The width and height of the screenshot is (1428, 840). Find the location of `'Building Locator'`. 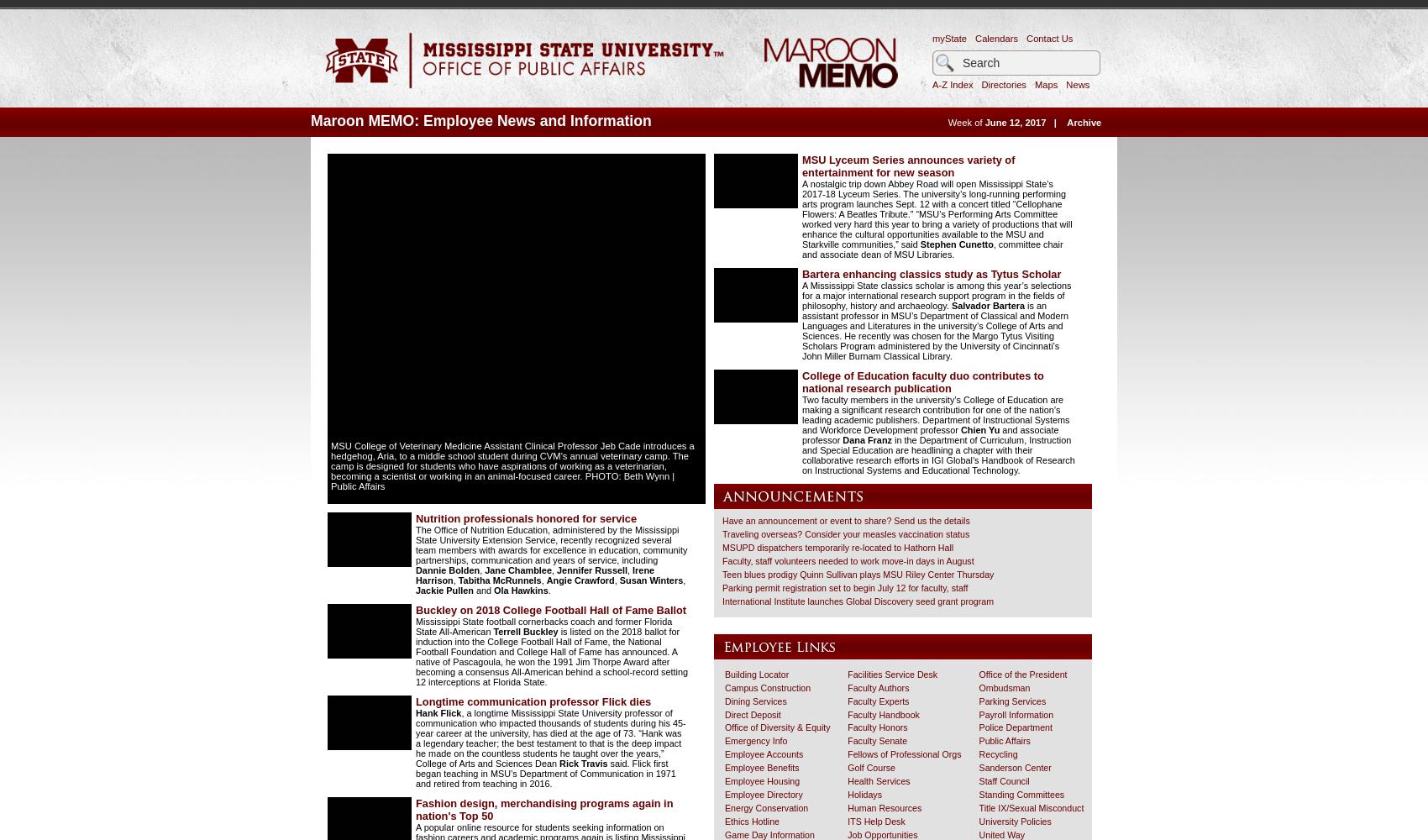

'Building Locator' is located at coordinates (757, 674).